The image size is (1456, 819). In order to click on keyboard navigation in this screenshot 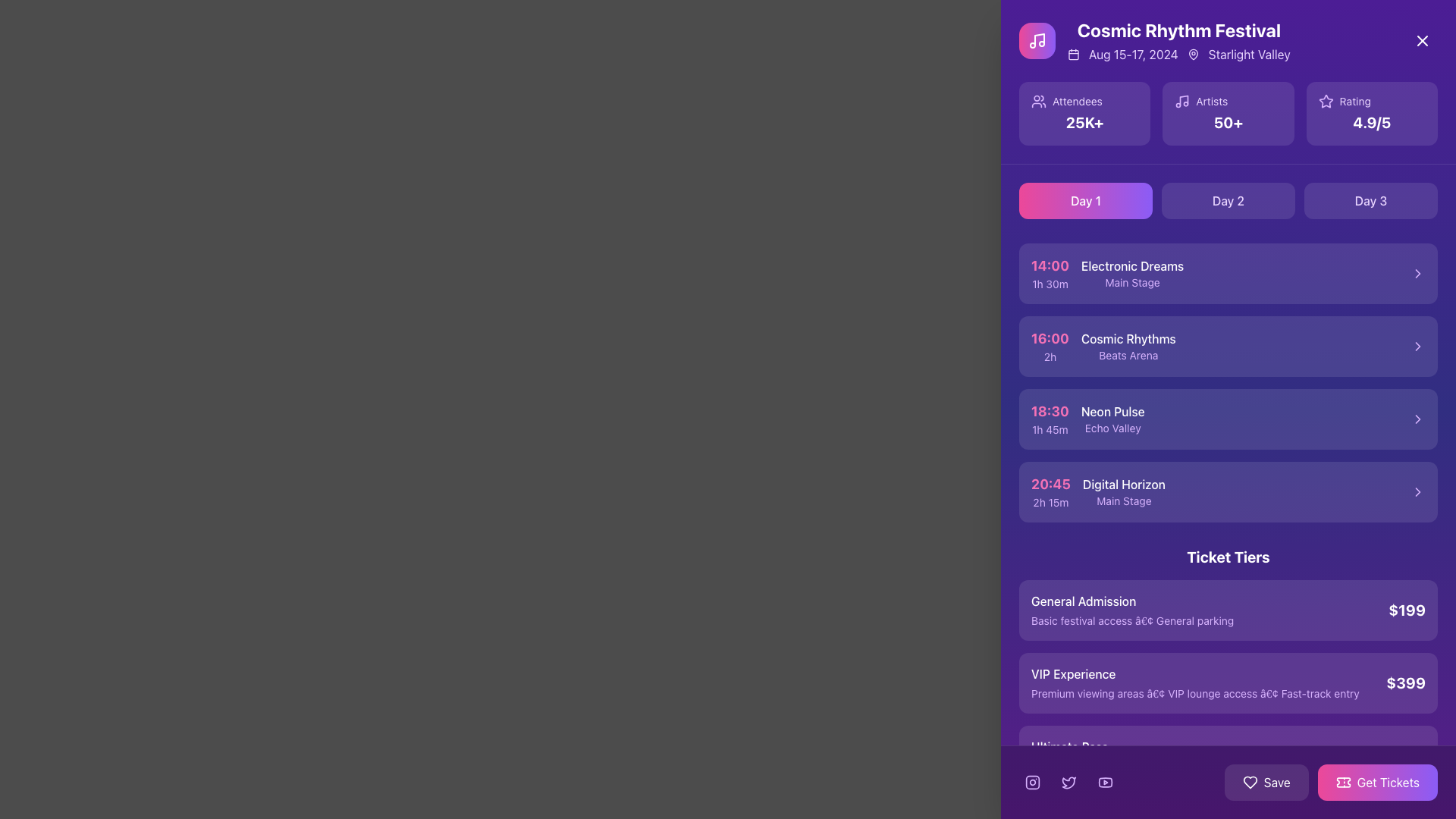, I will do `click(1228, 346)`.